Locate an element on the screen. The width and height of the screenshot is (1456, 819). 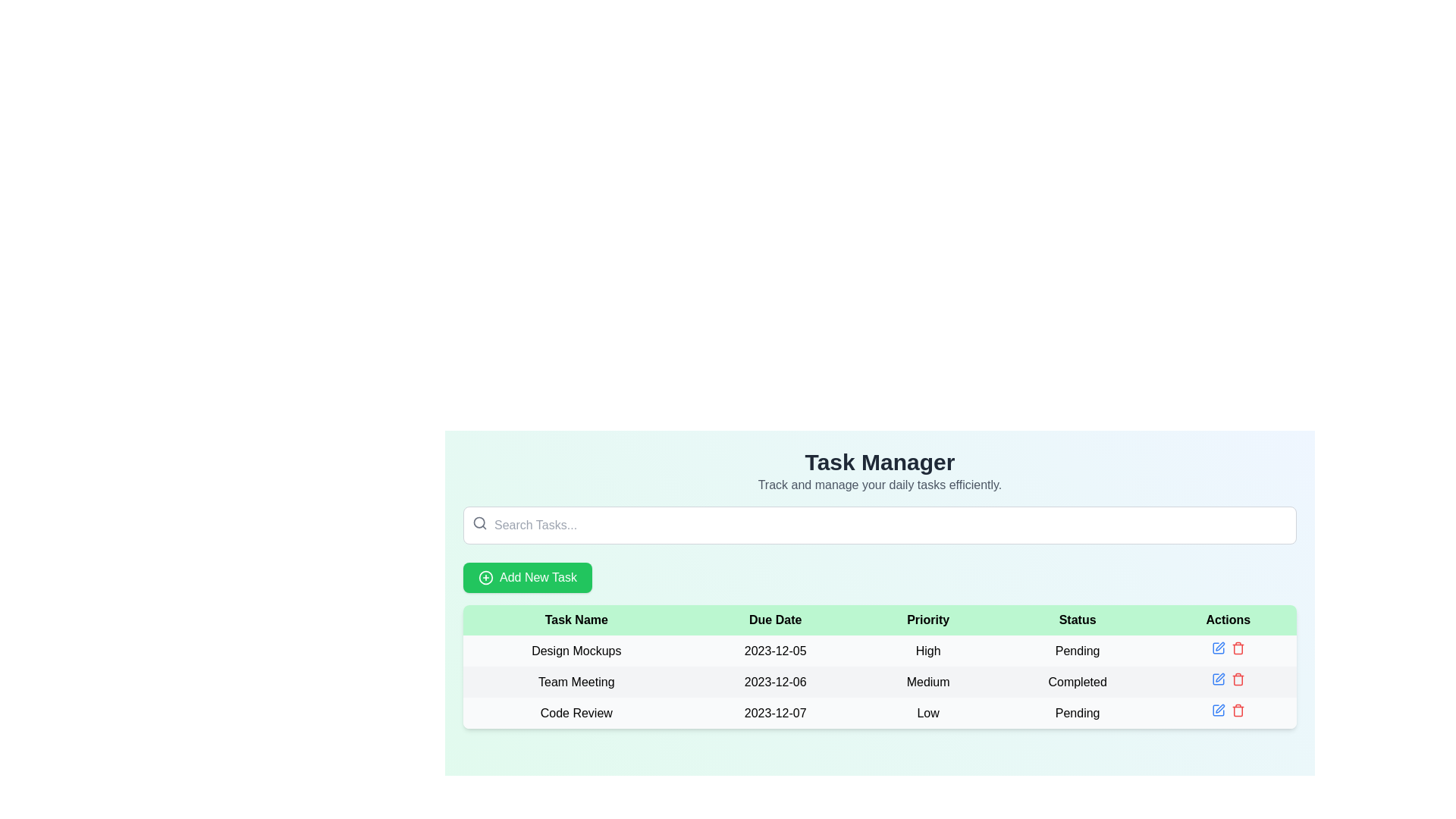
the 'Status' header label in the table, which is the fourth label from the left, positioned between 'Priority' and 'Actions' is located at coordinates (1077, 620).